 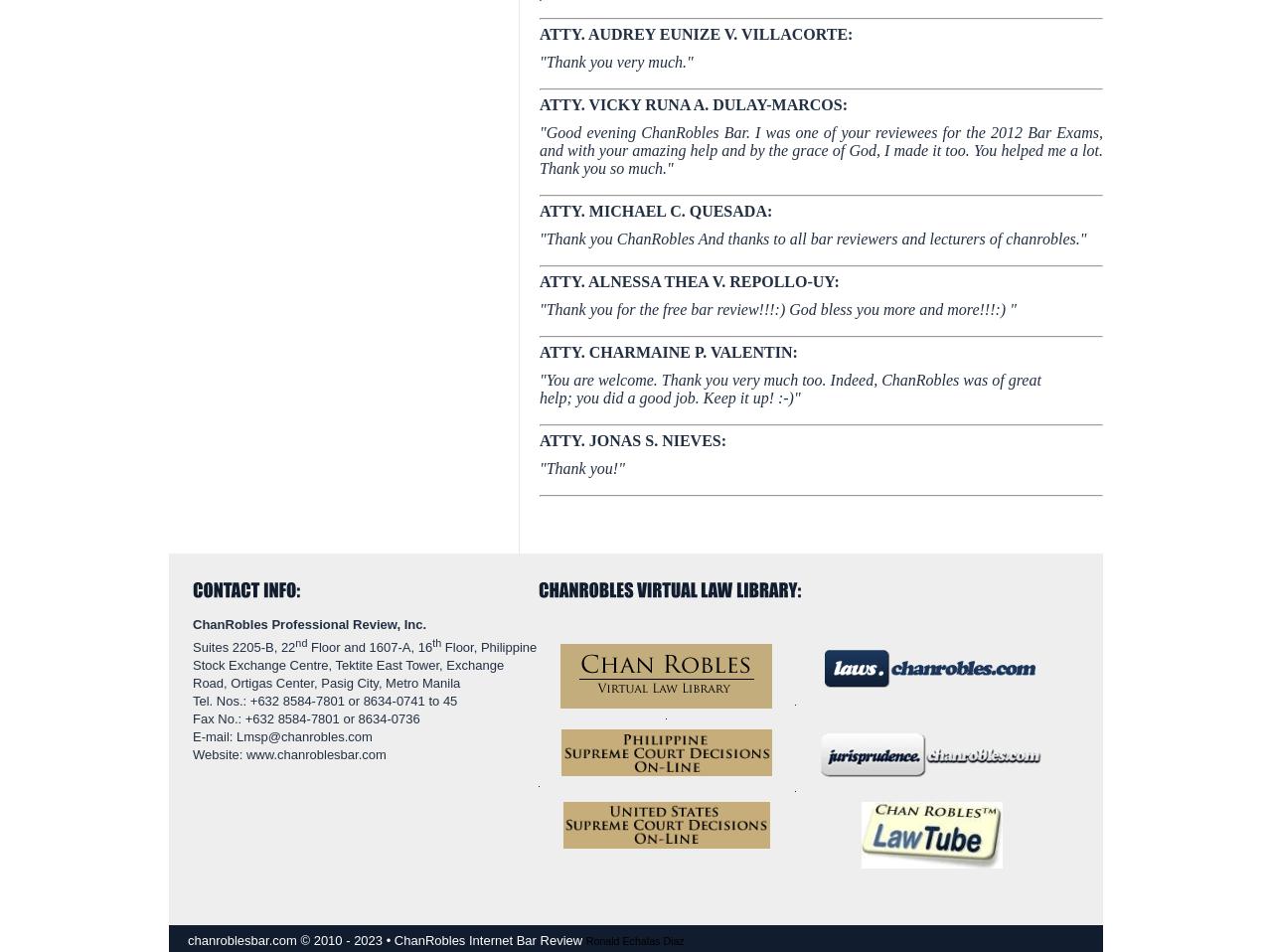 I want to click on 'help; you did a good job. Keep it up! :-)"', so click(x=670, y=397).